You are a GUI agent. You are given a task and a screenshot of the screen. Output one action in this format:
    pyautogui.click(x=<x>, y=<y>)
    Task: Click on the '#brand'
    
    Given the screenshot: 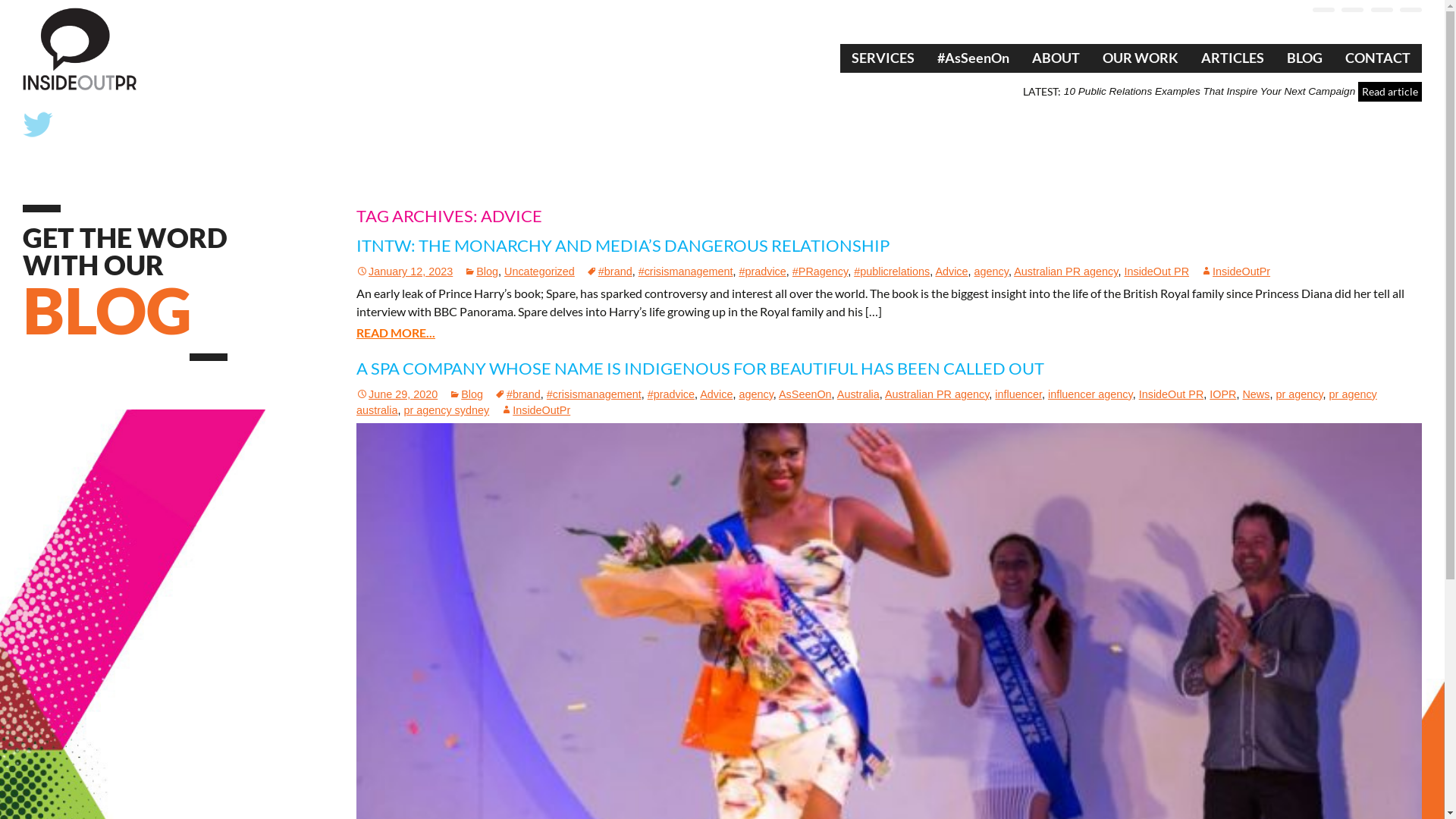 What is the action you would take?
    pyautogui.click(x=494, y=394)
    